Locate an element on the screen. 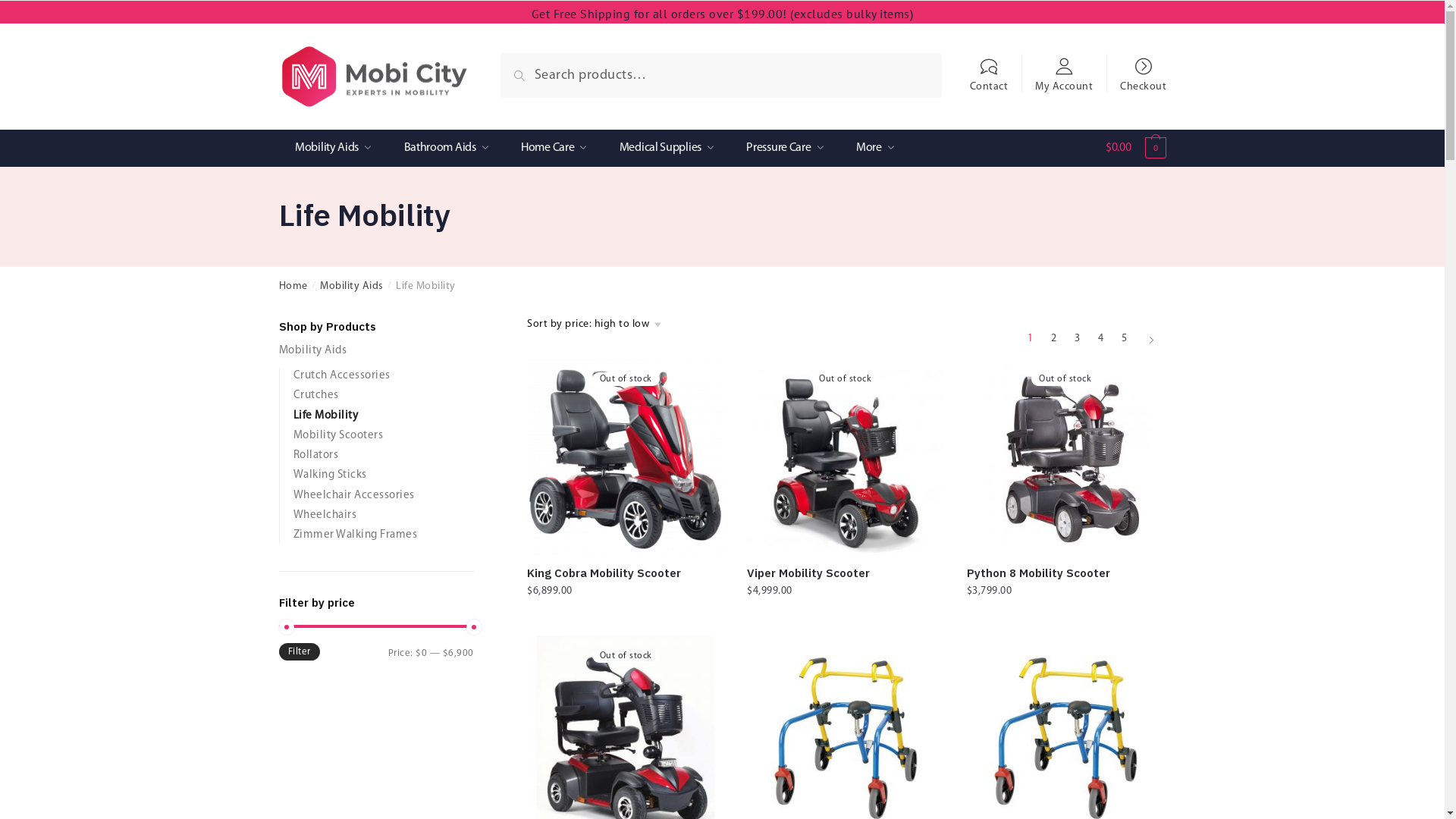  'Home' is located at coordinates (293, 286).